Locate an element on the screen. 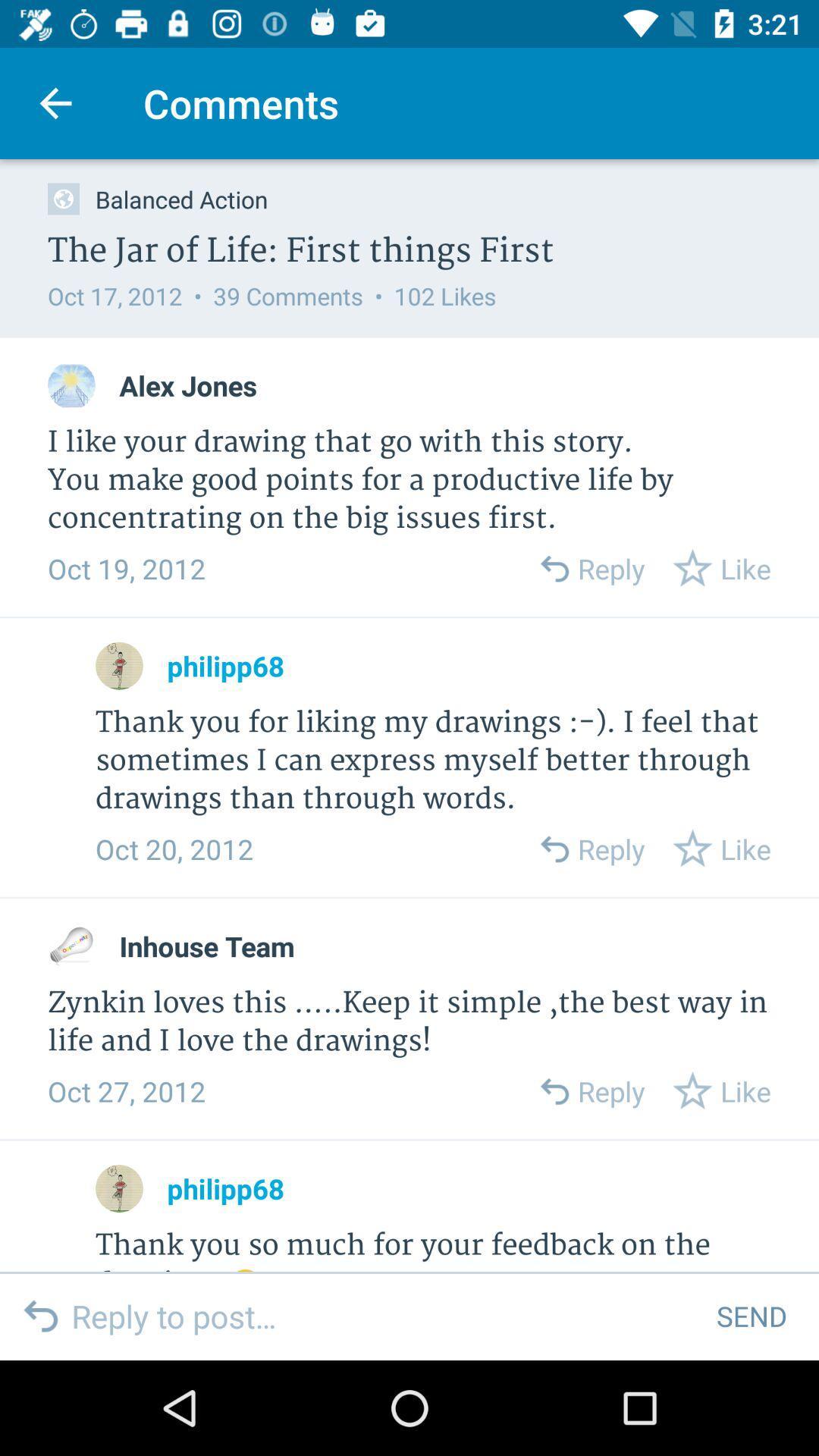 The image size is (819, 1456). profile picture is located at coordinates (71, 385).